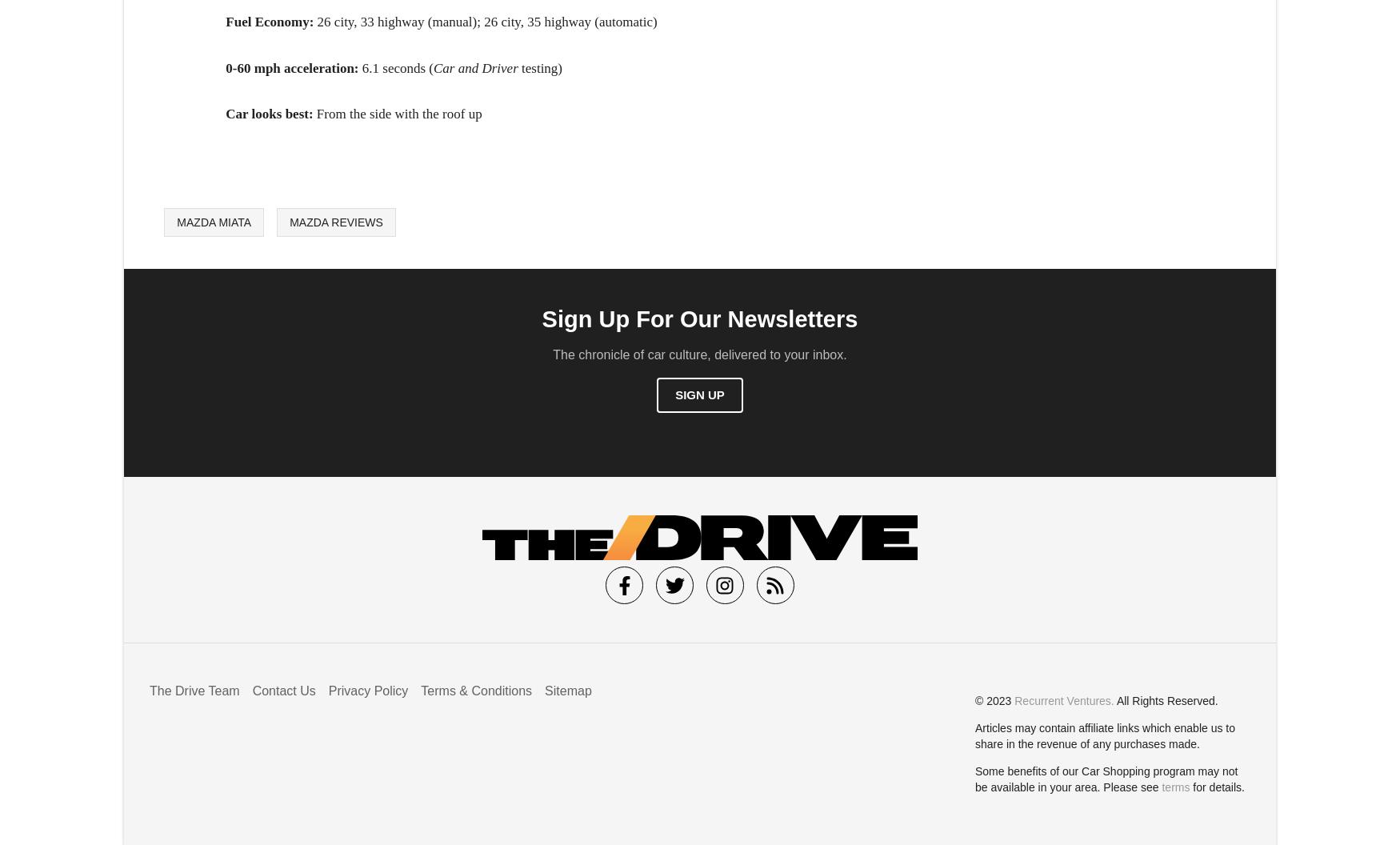 This screenshot has height=845, width=1400. I want to click on 'Mazda Reviews', so click(335, 221).